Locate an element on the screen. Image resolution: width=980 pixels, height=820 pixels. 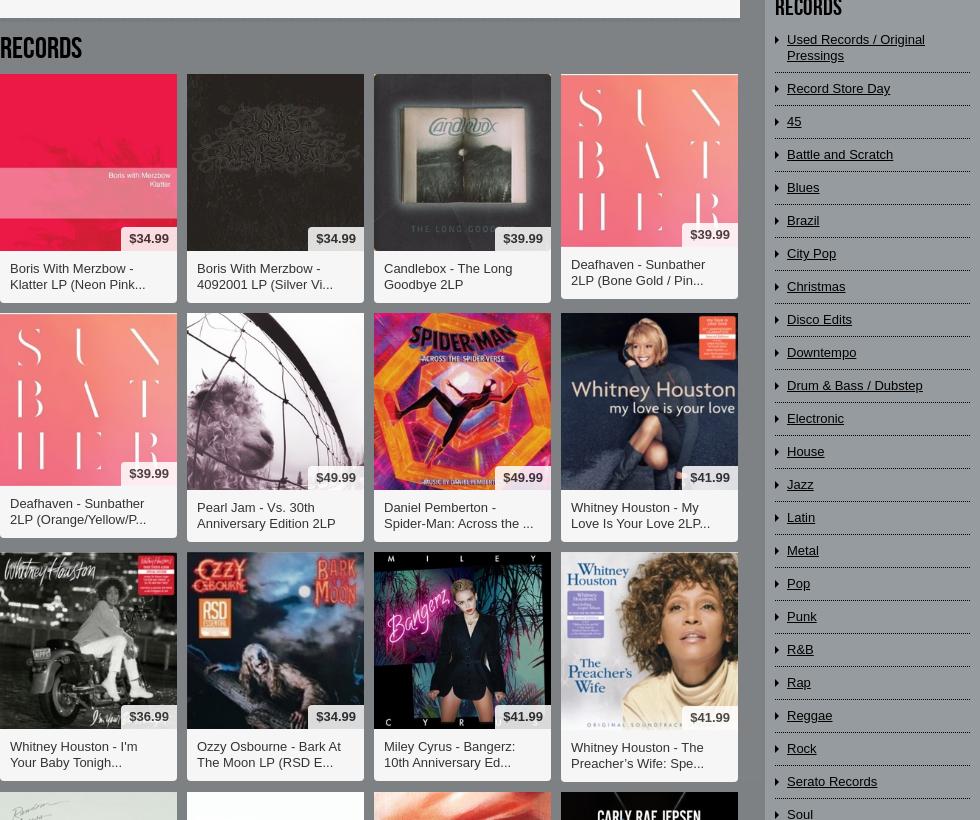
'Reggae' is located at coordinates (809, 715).